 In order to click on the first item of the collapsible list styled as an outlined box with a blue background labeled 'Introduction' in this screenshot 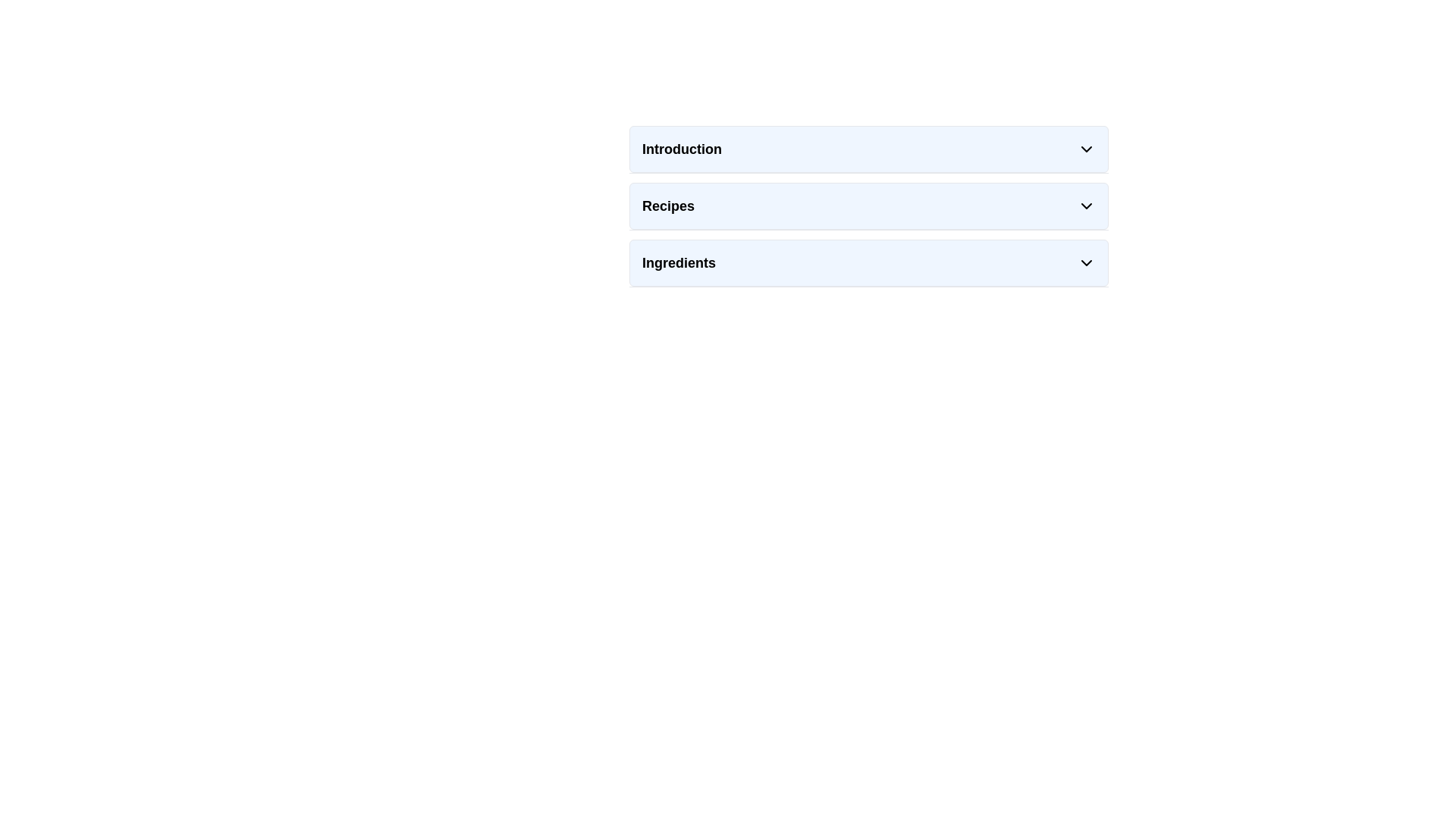, I will do `click(869, 149)`.